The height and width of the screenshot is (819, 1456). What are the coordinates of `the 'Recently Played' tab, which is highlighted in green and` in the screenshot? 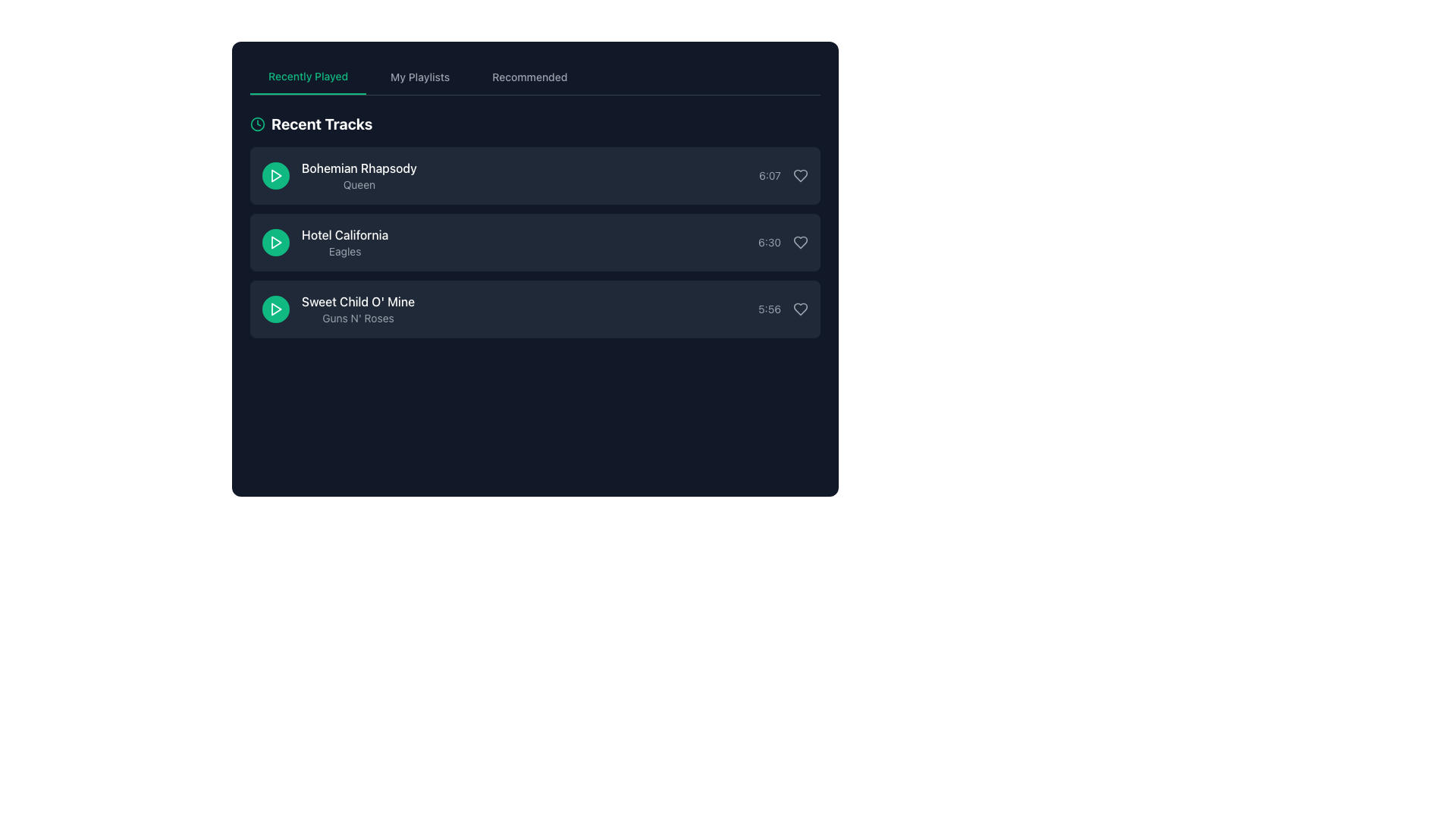 It's located at (307, 77).